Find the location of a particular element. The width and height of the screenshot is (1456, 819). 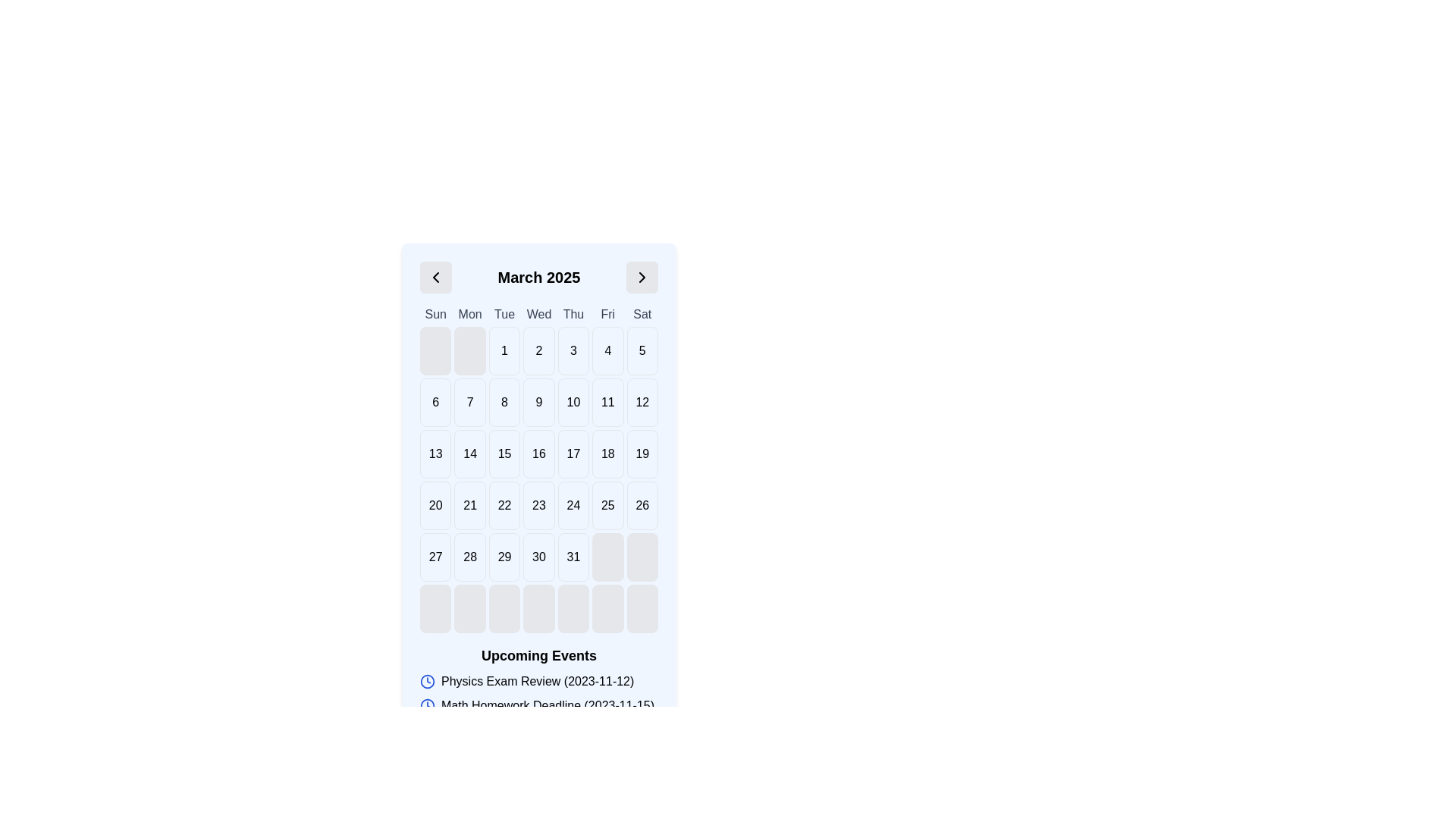

the button representing the date '2' in the calendar interface, located in the second column of the first row under the 'Wed' header is located at coordinates (538, 350).